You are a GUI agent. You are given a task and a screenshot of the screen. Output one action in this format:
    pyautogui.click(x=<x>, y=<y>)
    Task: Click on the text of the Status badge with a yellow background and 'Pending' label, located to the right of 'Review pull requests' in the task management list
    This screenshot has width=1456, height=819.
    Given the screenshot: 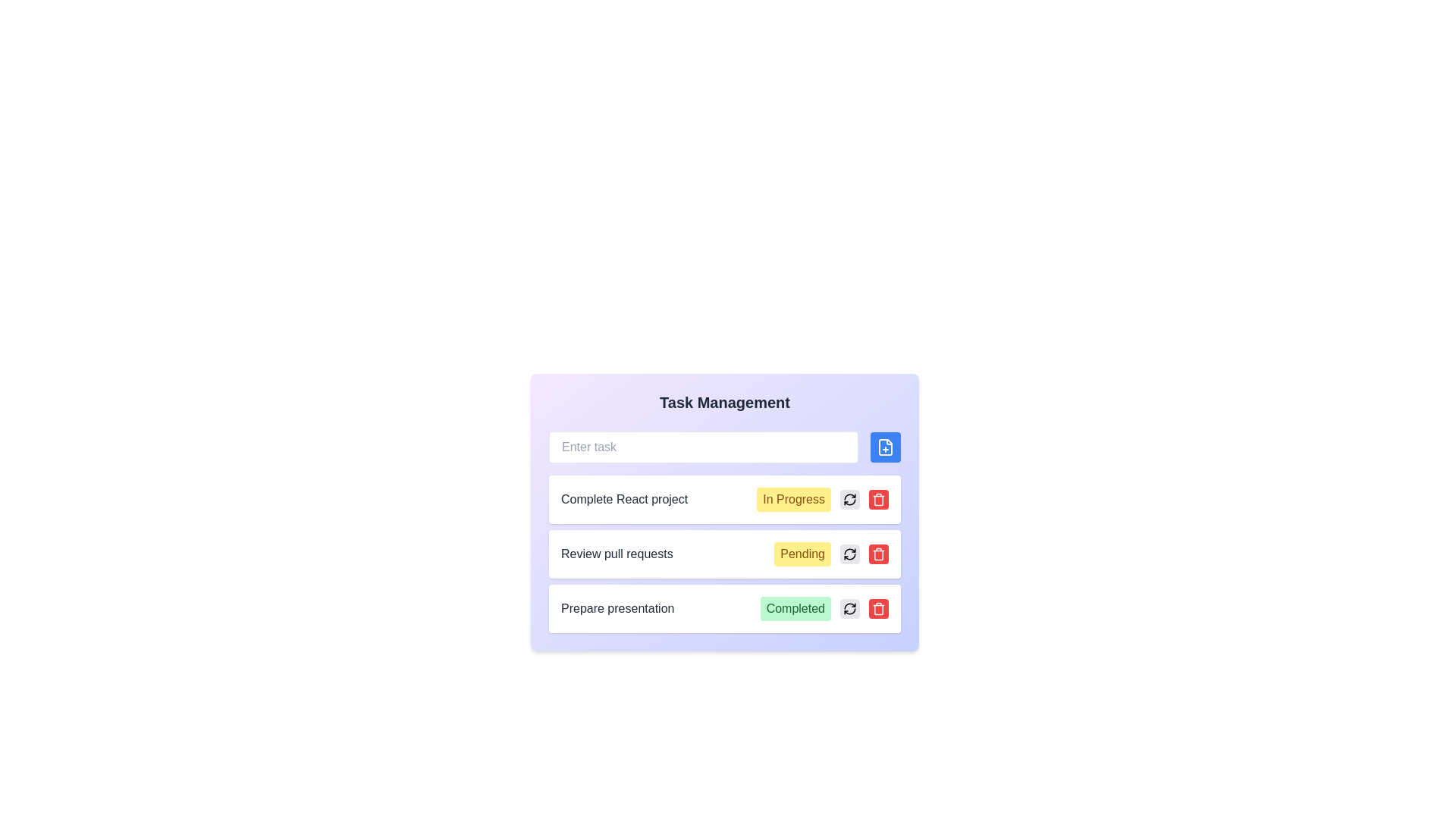 What is the action you would take?
    pyautogui.click(x=830, y=554)
    